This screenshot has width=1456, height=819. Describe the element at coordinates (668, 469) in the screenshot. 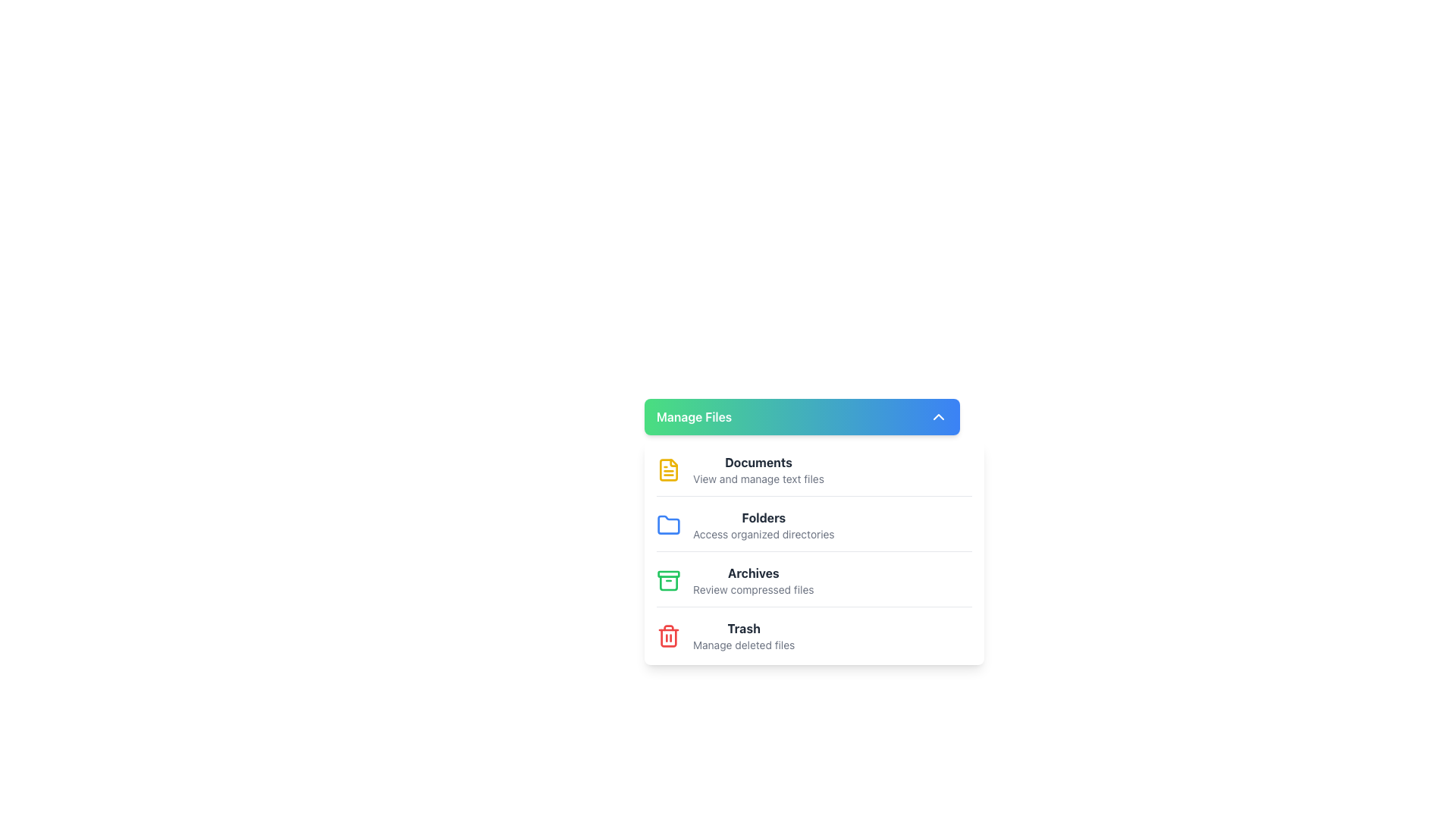

I see `the yellow file icon located in the 'Documents View and manage text files' section, positioned to the left of the text 'Documents.'` at that location.